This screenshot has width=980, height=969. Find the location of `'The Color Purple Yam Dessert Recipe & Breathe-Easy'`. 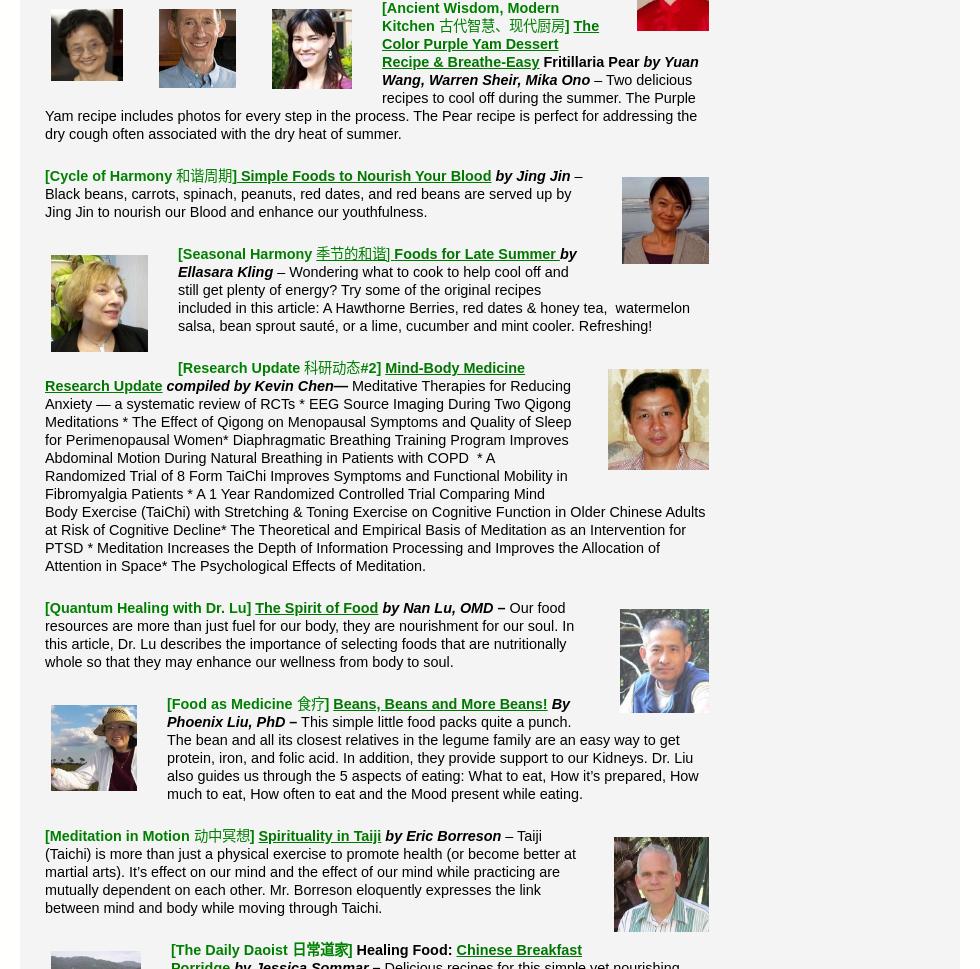

'The Color Purple Yam Dessert Recipe & Breathe-Easy' is located at coordinates (490, 43).